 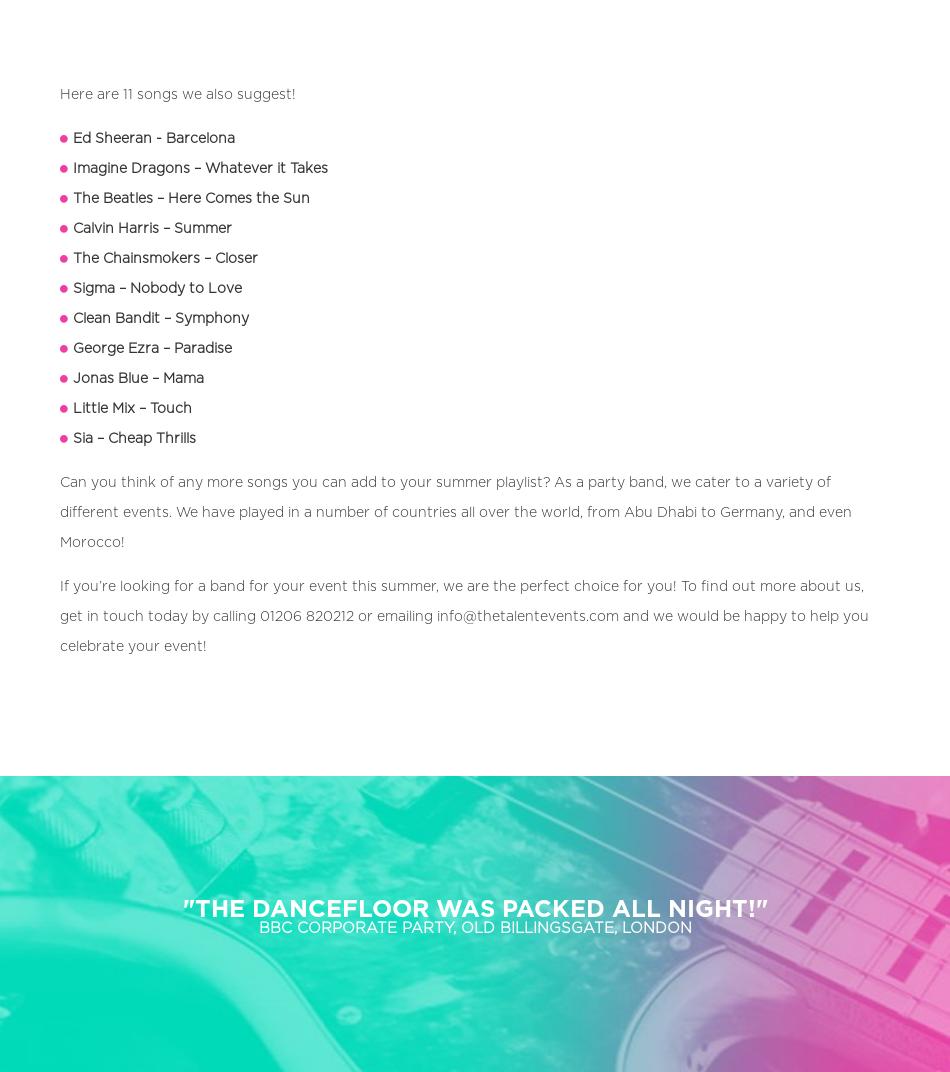 I want to click on 'Little Mix – Touch', so click(x=132, y=407).